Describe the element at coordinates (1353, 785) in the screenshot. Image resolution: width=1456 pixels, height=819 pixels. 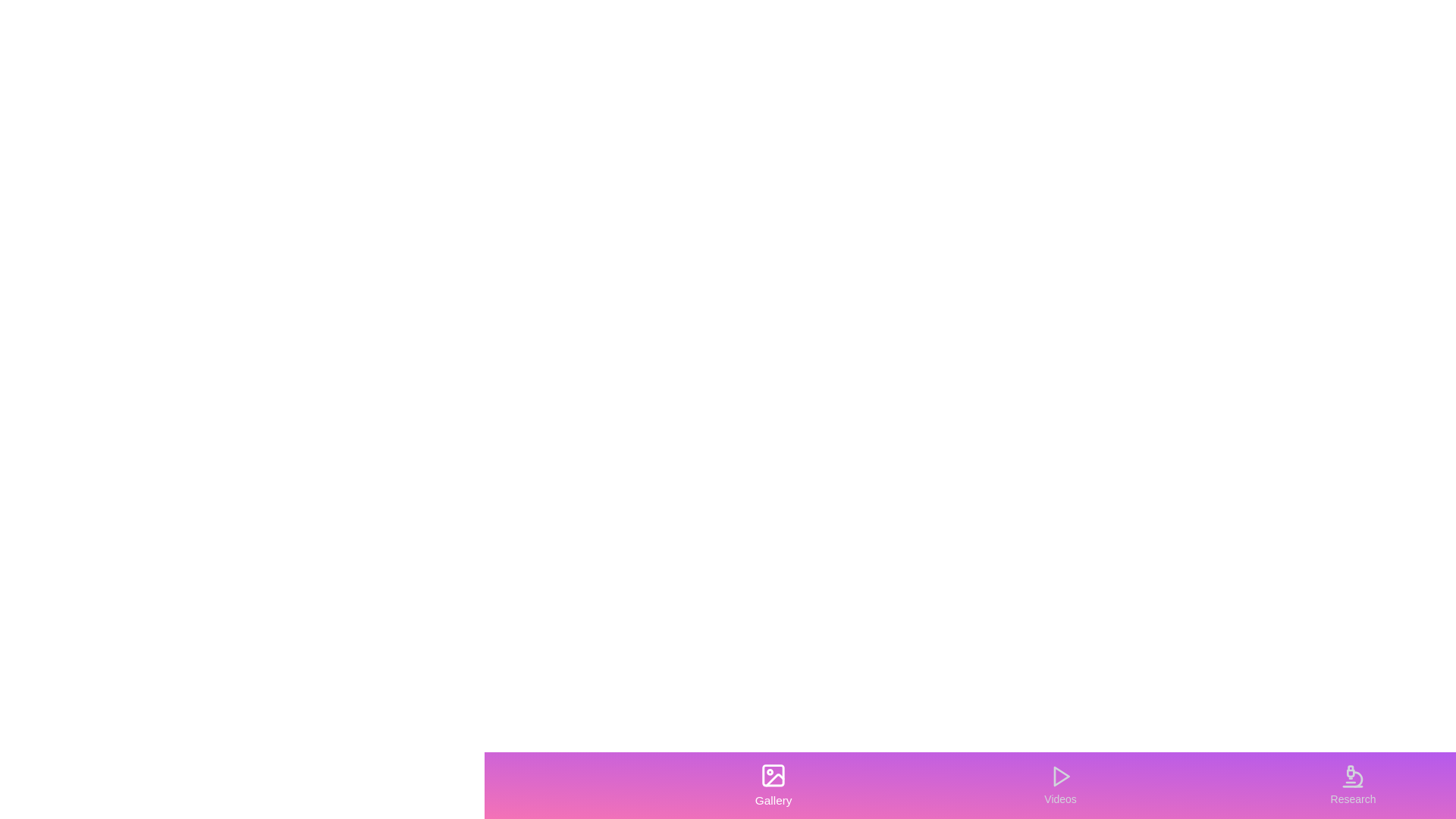
I see `the icon in the Research tab` at that location.